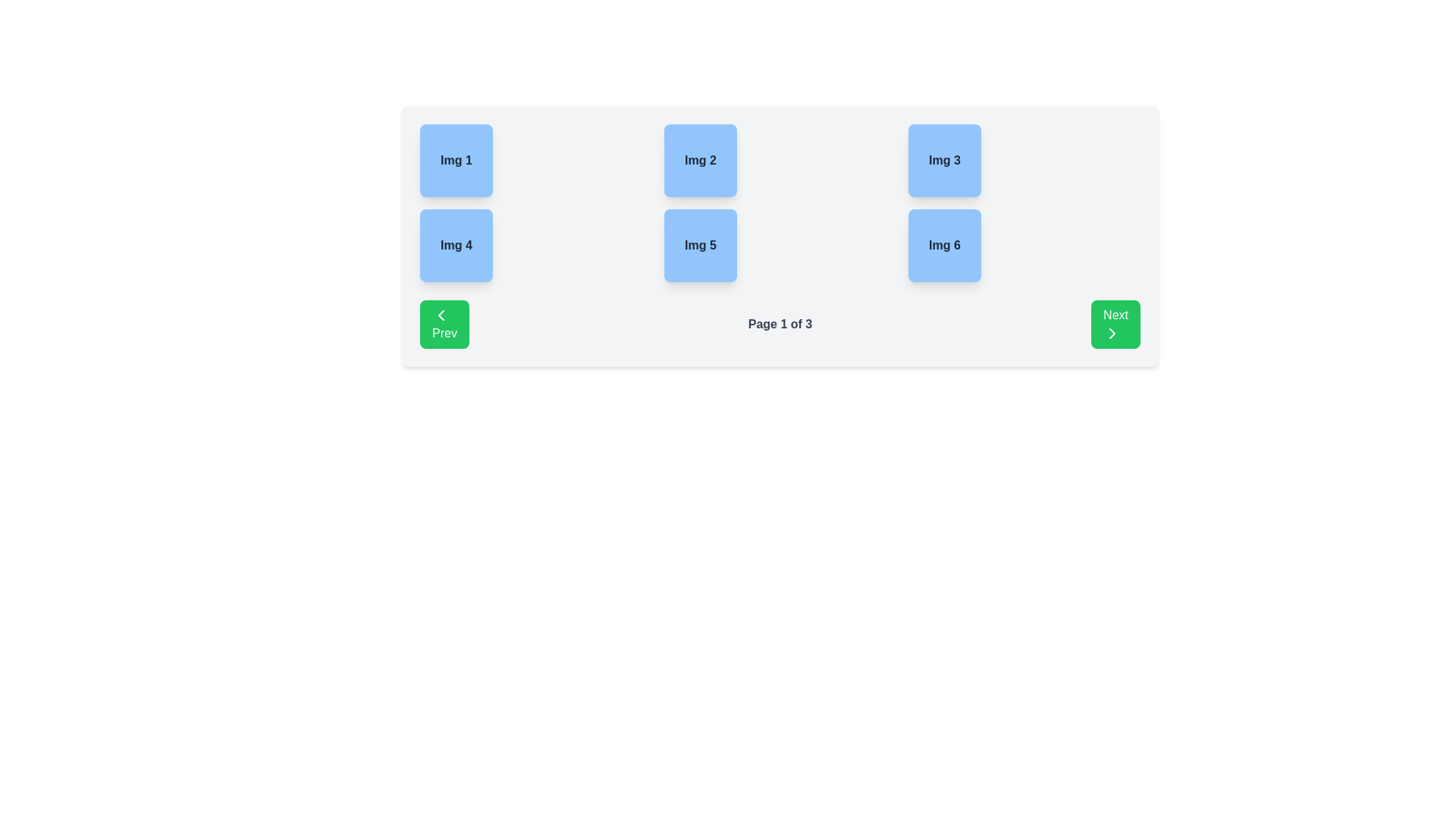 The height and width of the screenshot is (819, 1456). I want to click on the text label in the central card of the layout to interact with the associated card, so click(699, 161).